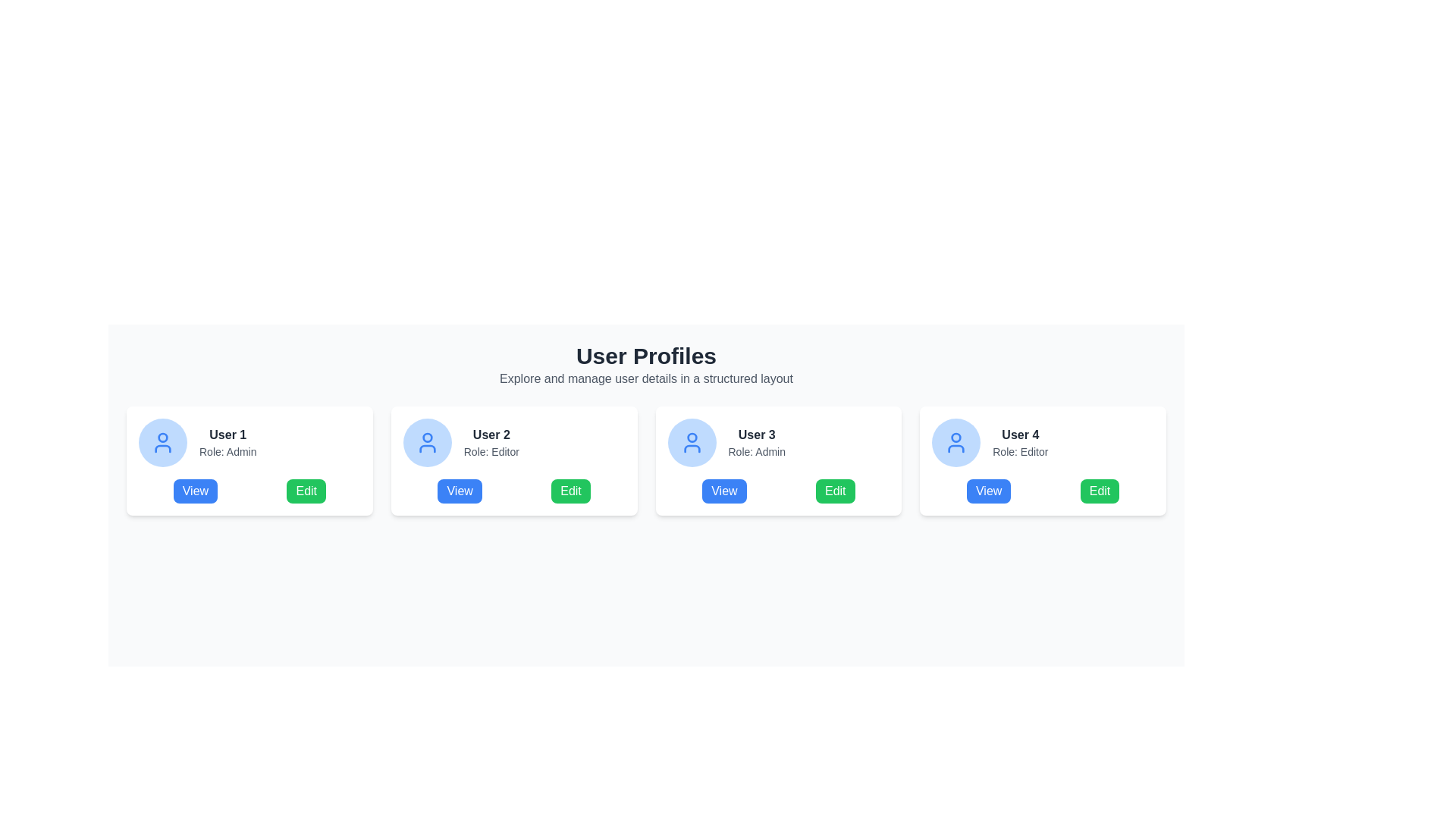 This screenshot has height=819, width=1456. What do you see at coordinates (691, 442) in the screenshot?
I see `the user silhouette icon in light blue color located at the upper-left portion of the third user profile card` at bounding box center [691, 442].